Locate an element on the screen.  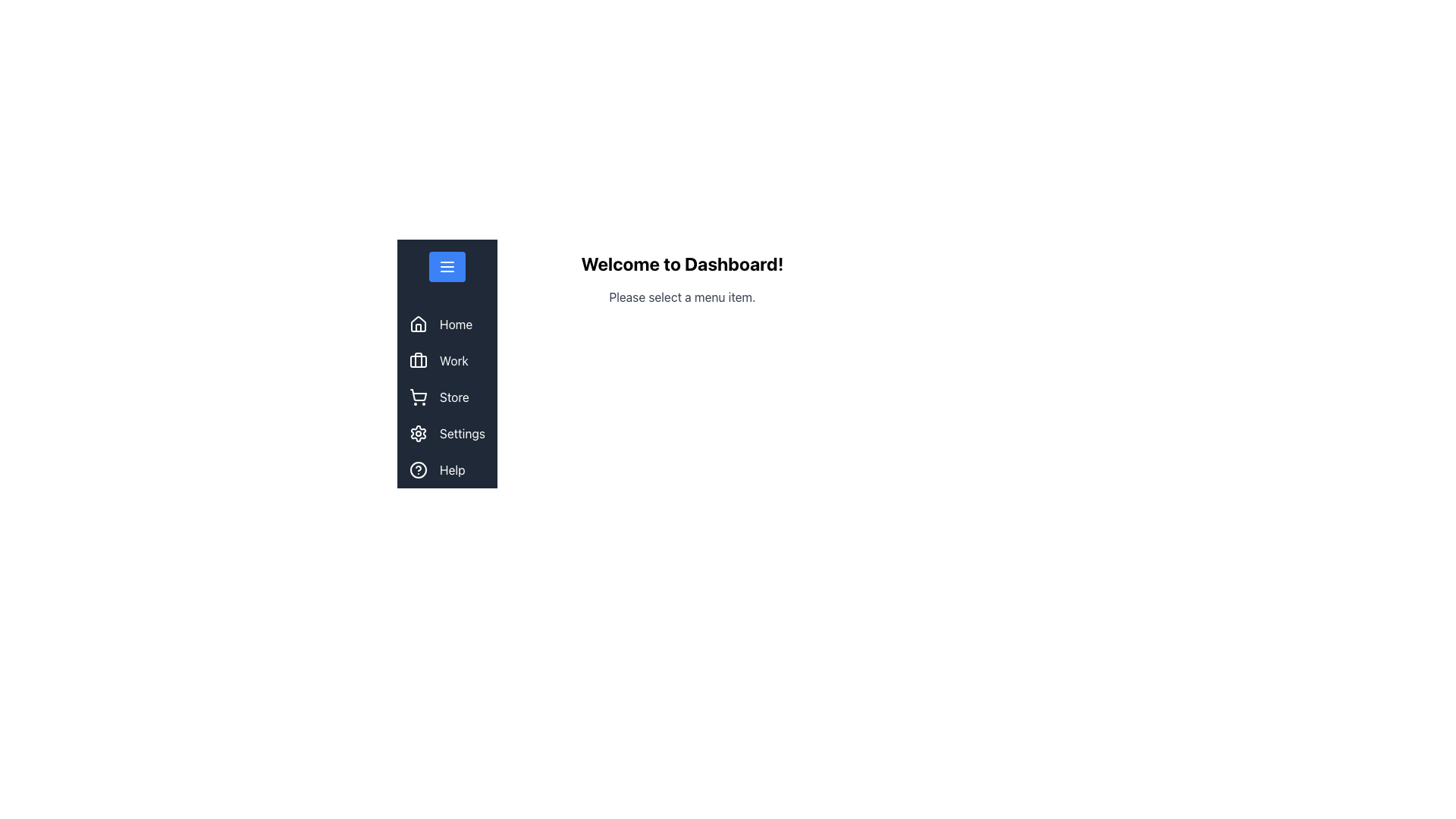
the last item in the vertical navigation menu, which serves as a link to the help section of the application, located beneath 'Settings' is located at coordinates (447, 469).